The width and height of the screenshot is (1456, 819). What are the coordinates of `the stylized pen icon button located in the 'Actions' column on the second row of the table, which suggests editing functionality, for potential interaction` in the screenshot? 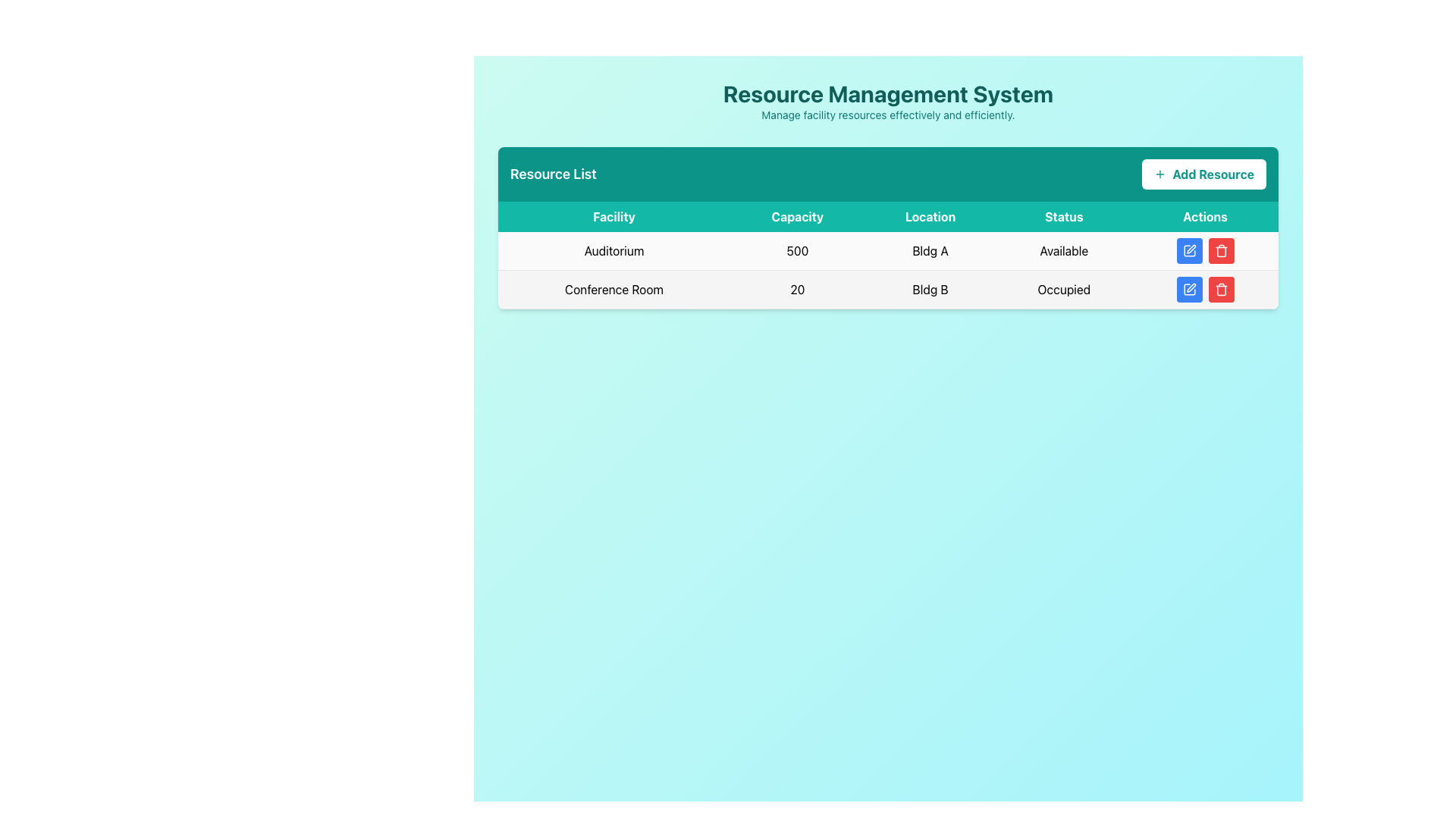 It's located at (1190, 248).